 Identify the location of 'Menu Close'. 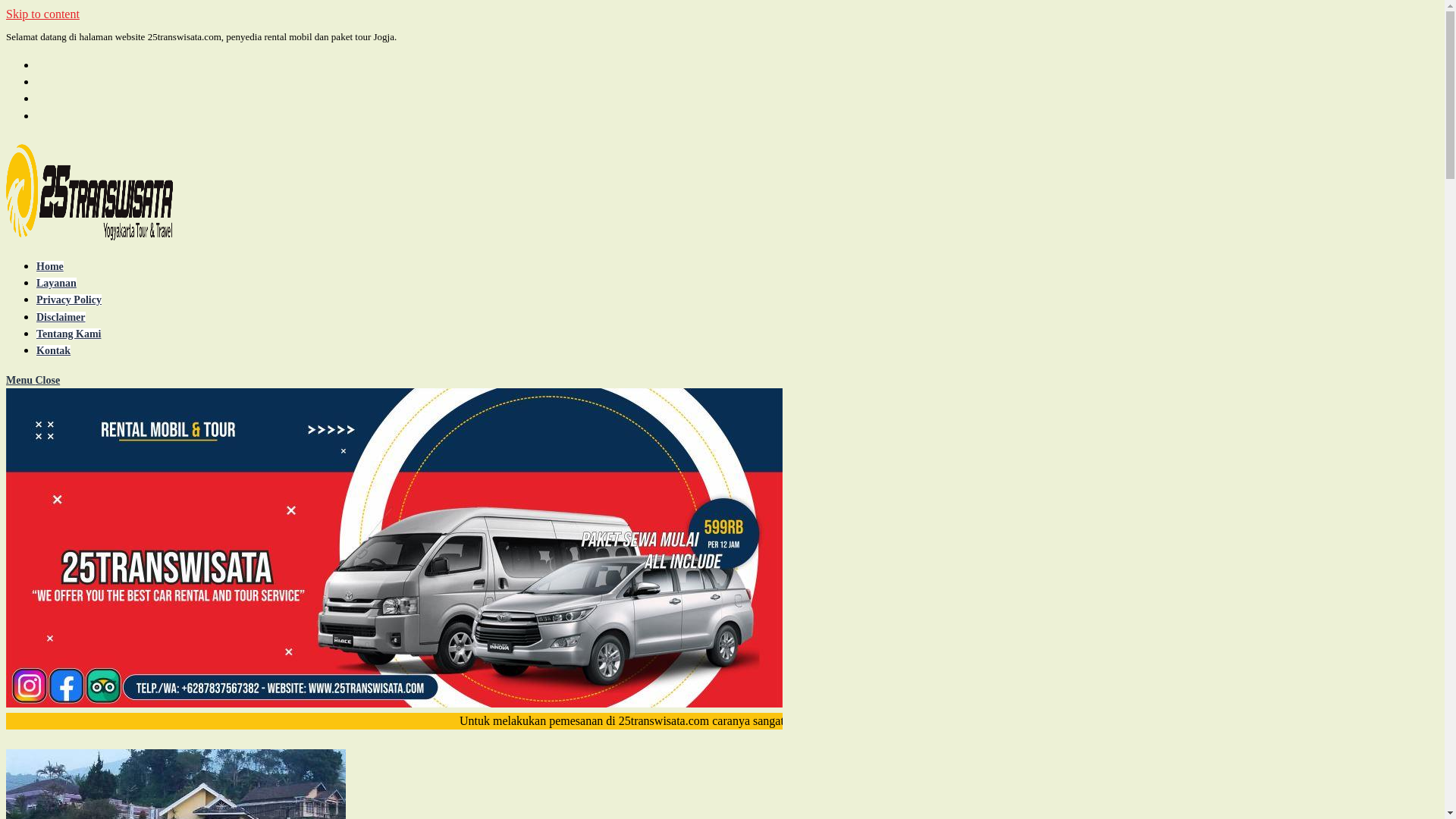
(6, 379).